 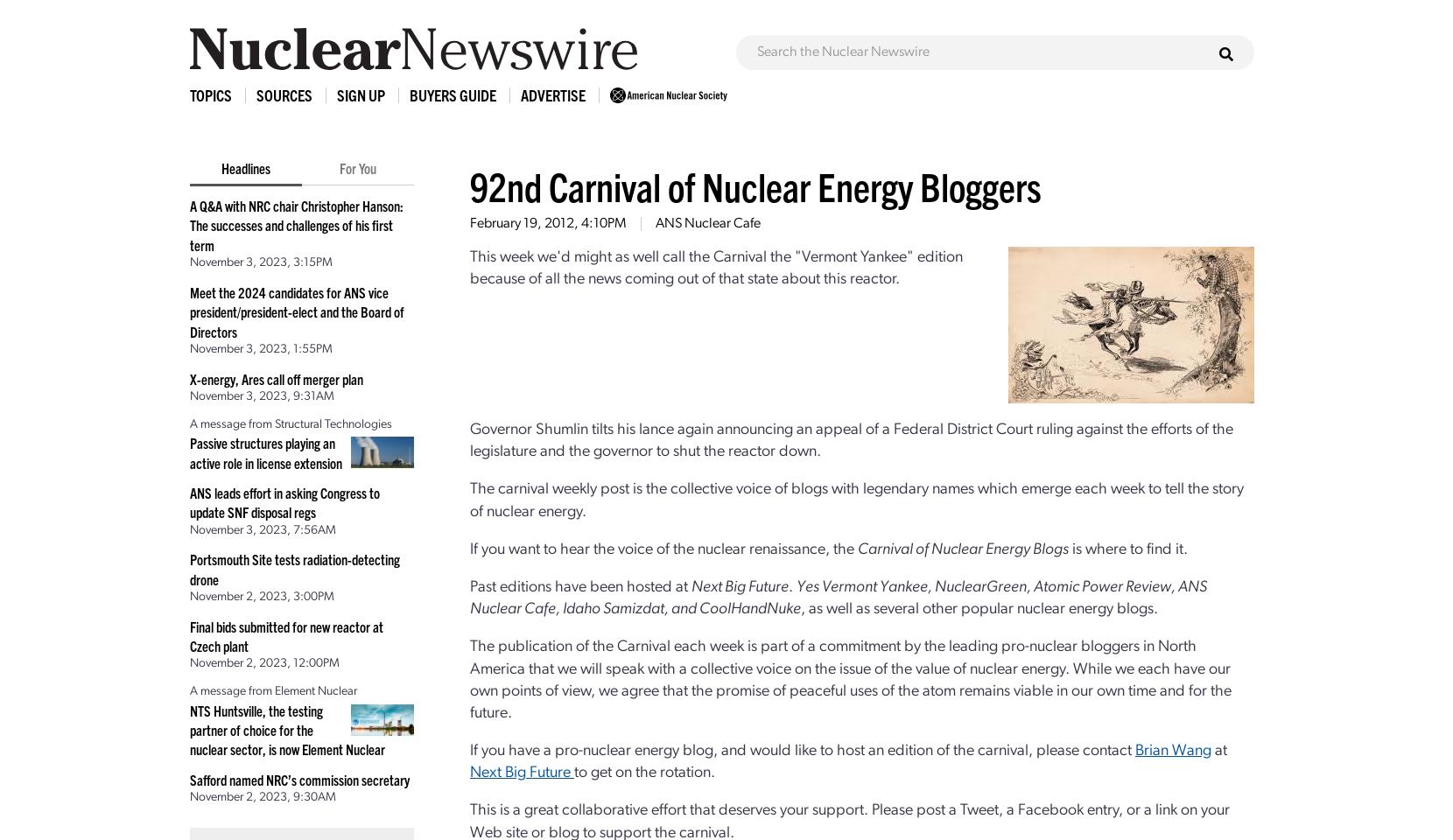 I want to click on 'November 3, 2023, 7:56AM', so click(x=262, y=528).